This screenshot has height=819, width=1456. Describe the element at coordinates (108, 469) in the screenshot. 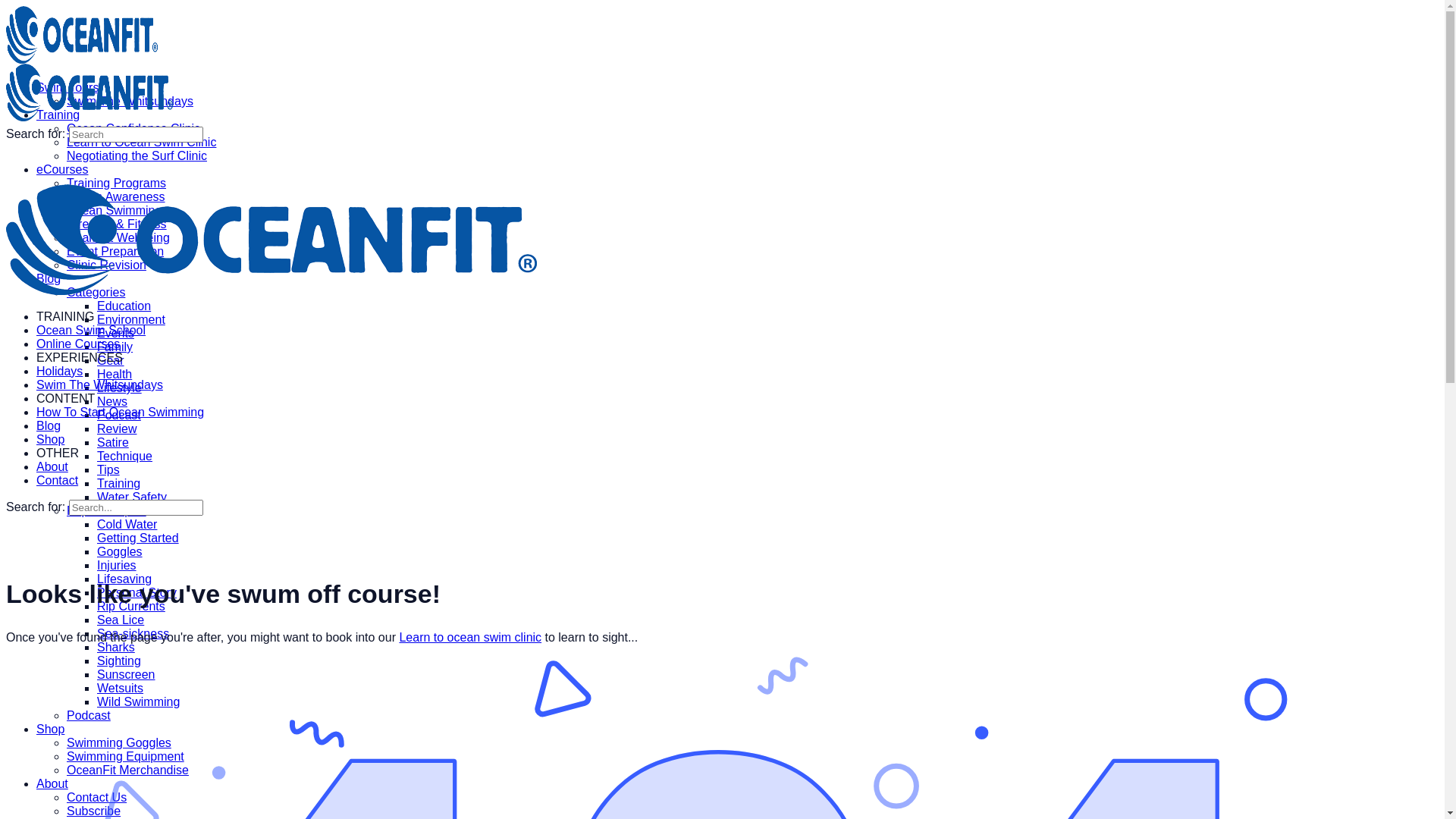

I see `'Tips'` at that location.